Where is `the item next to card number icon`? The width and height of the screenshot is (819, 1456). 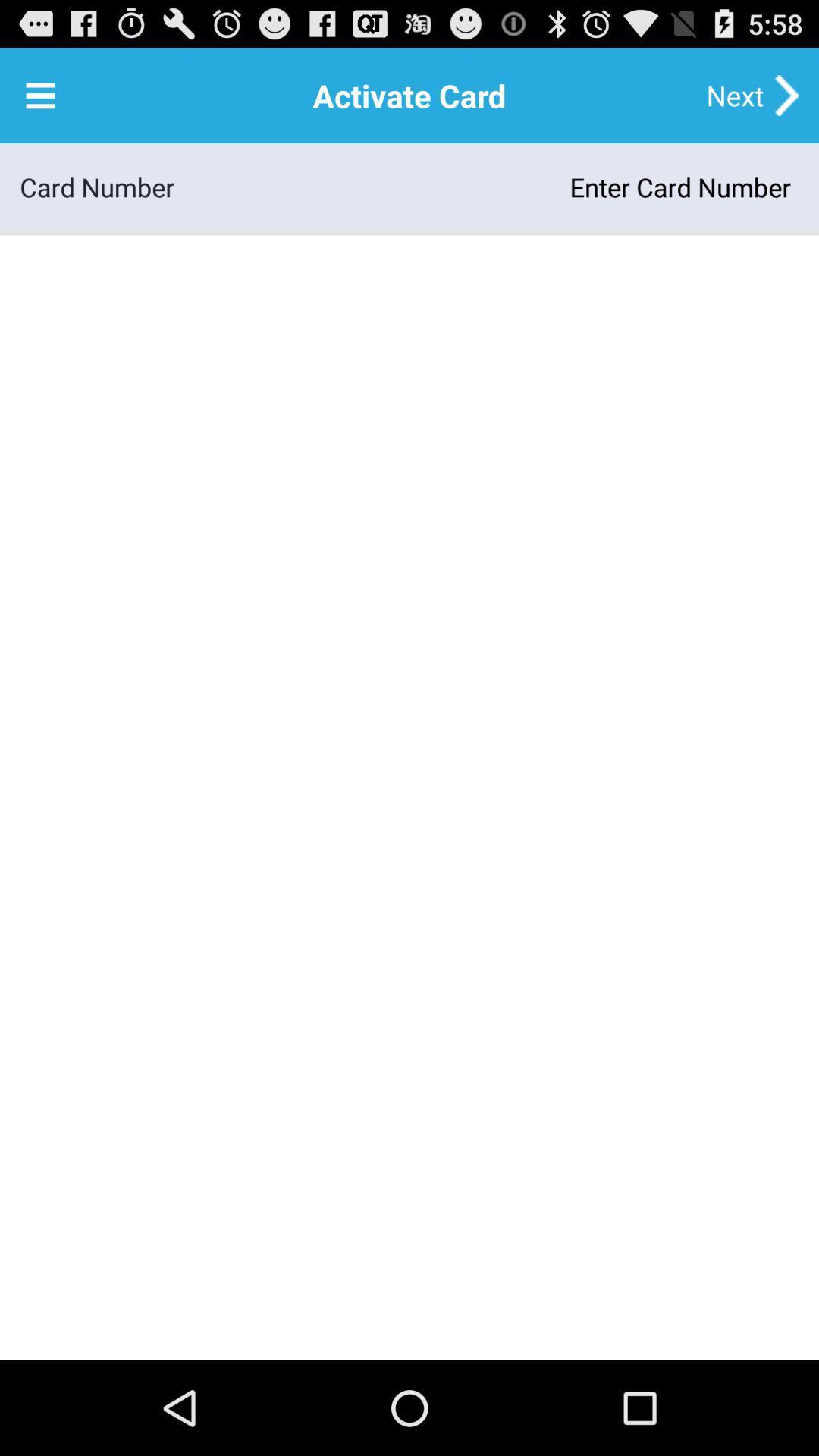 the item next to card number icon is located at coordinates (486, 186).